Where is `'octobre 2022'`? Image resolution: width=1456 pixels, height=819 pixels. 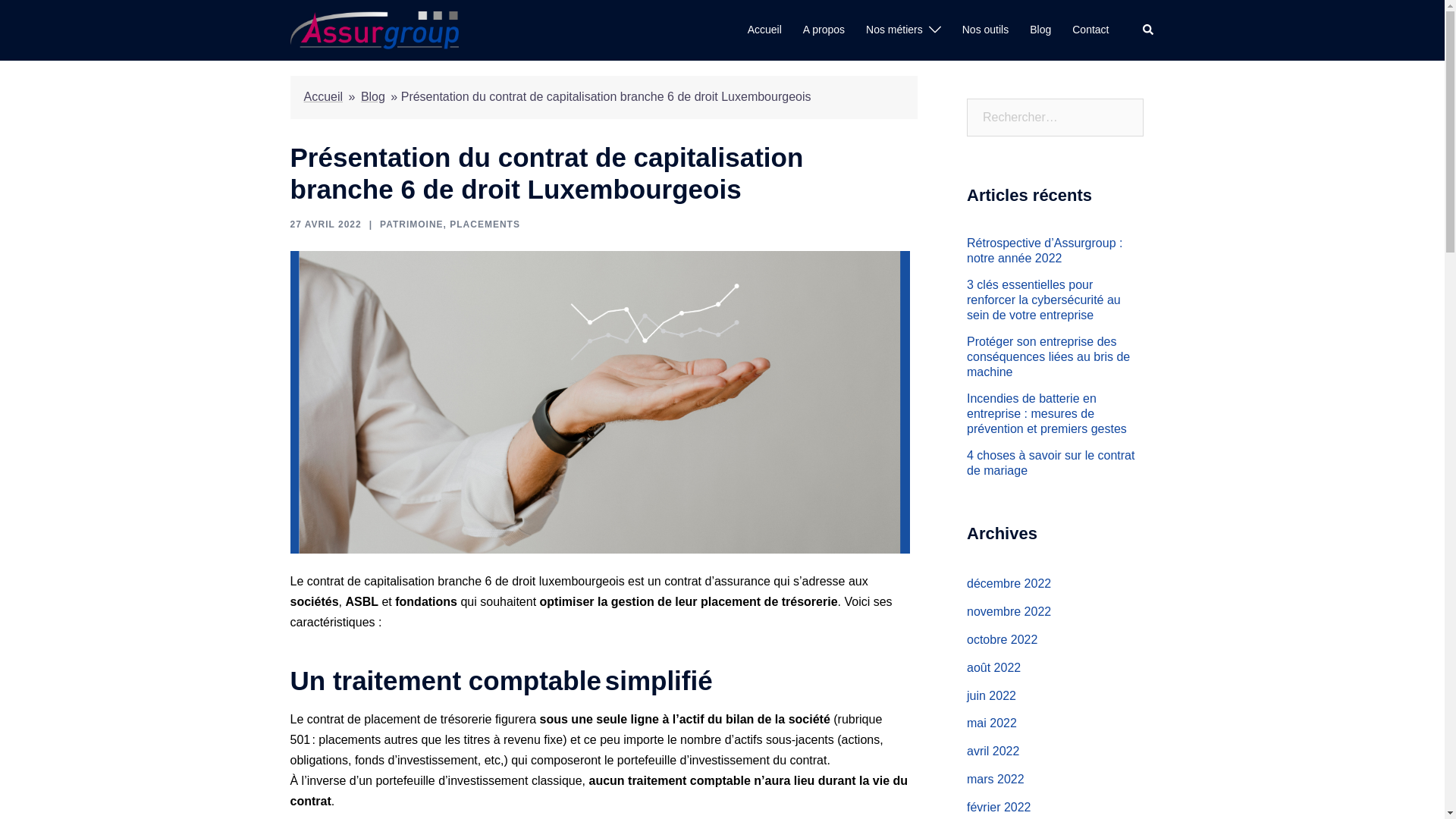
'octobre 2022' is located at coordinates (966, 639).